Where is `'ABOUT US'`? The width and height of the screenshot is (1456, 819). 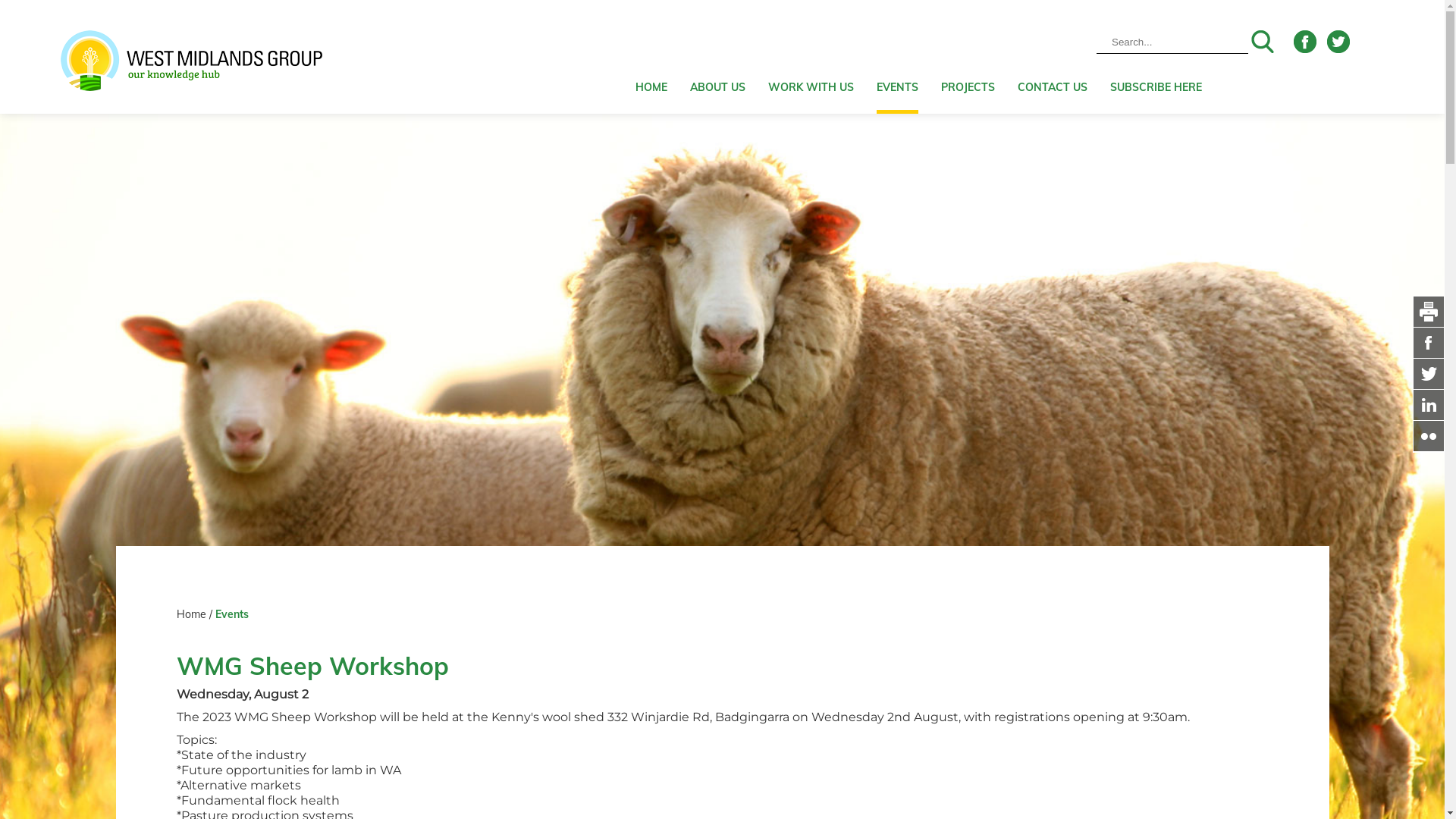 'ABOUT US' is located at coordinates (717, 55).